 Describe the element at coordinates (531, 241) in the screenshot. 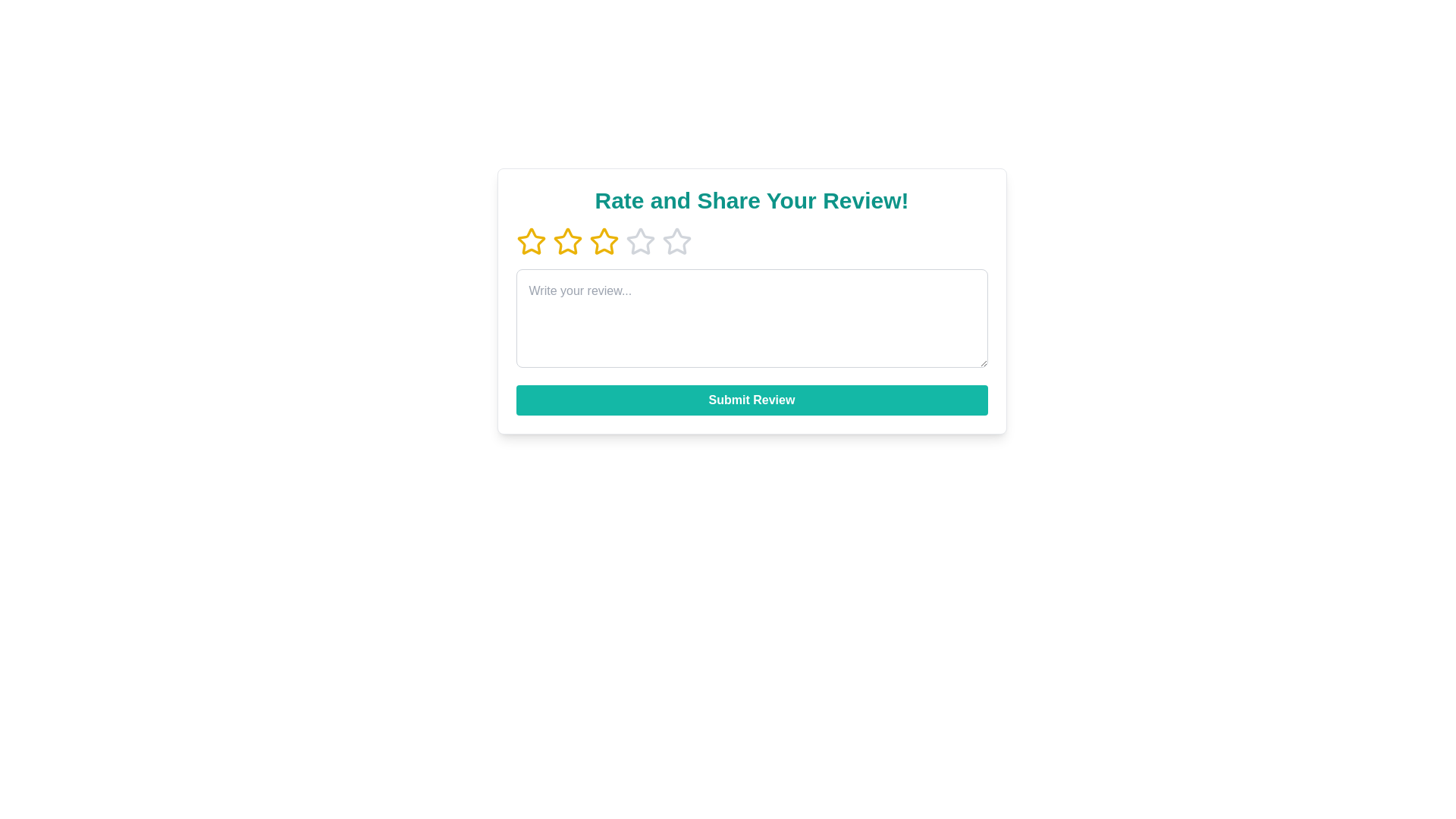

I see `the star corresponding to 1 stars to preview the rating` at that location.